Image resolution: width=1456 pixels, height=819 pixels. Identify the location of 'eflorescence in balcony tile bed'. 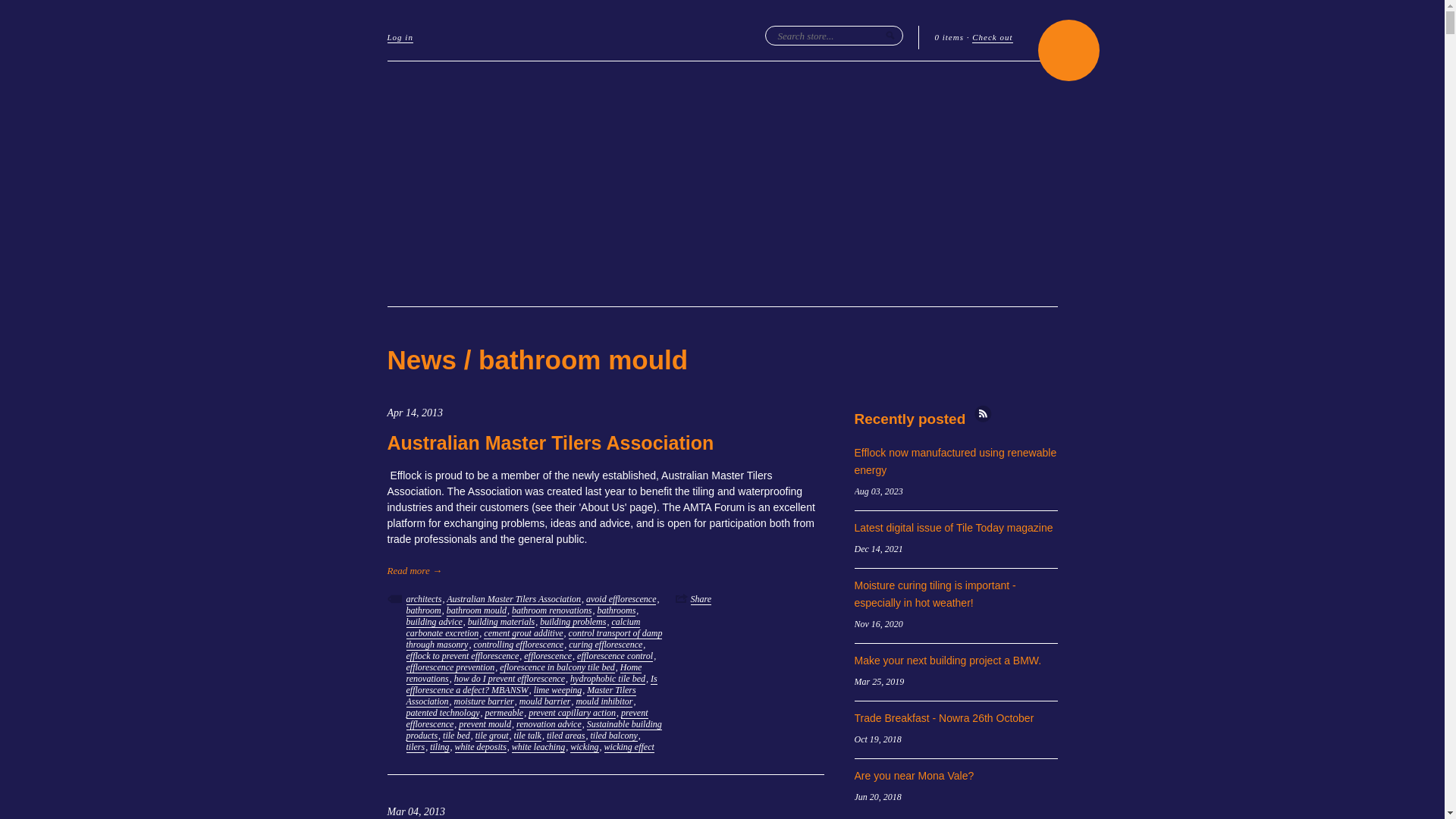
(499, 667).